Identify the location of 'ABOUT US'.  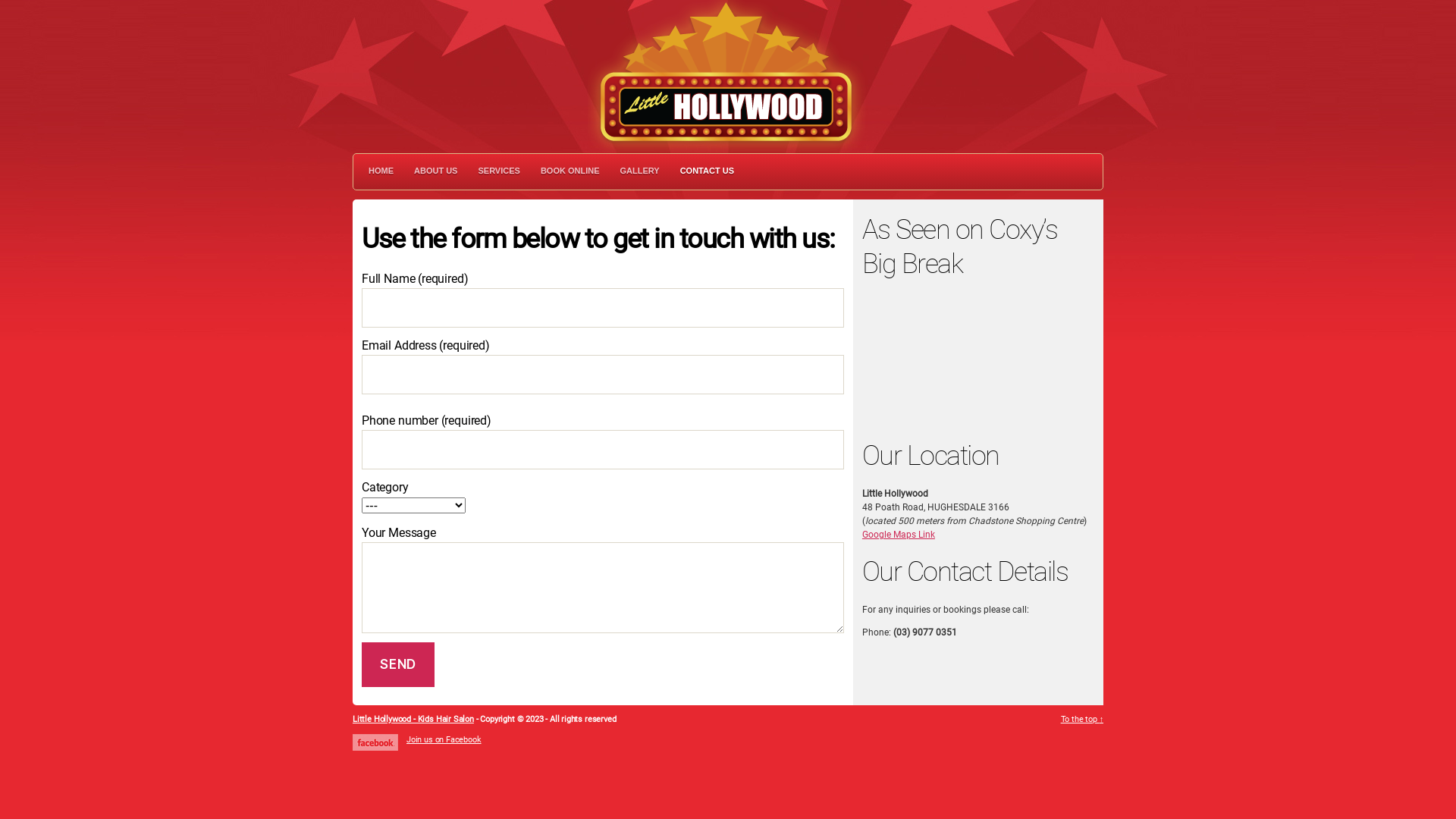
(414, 171).